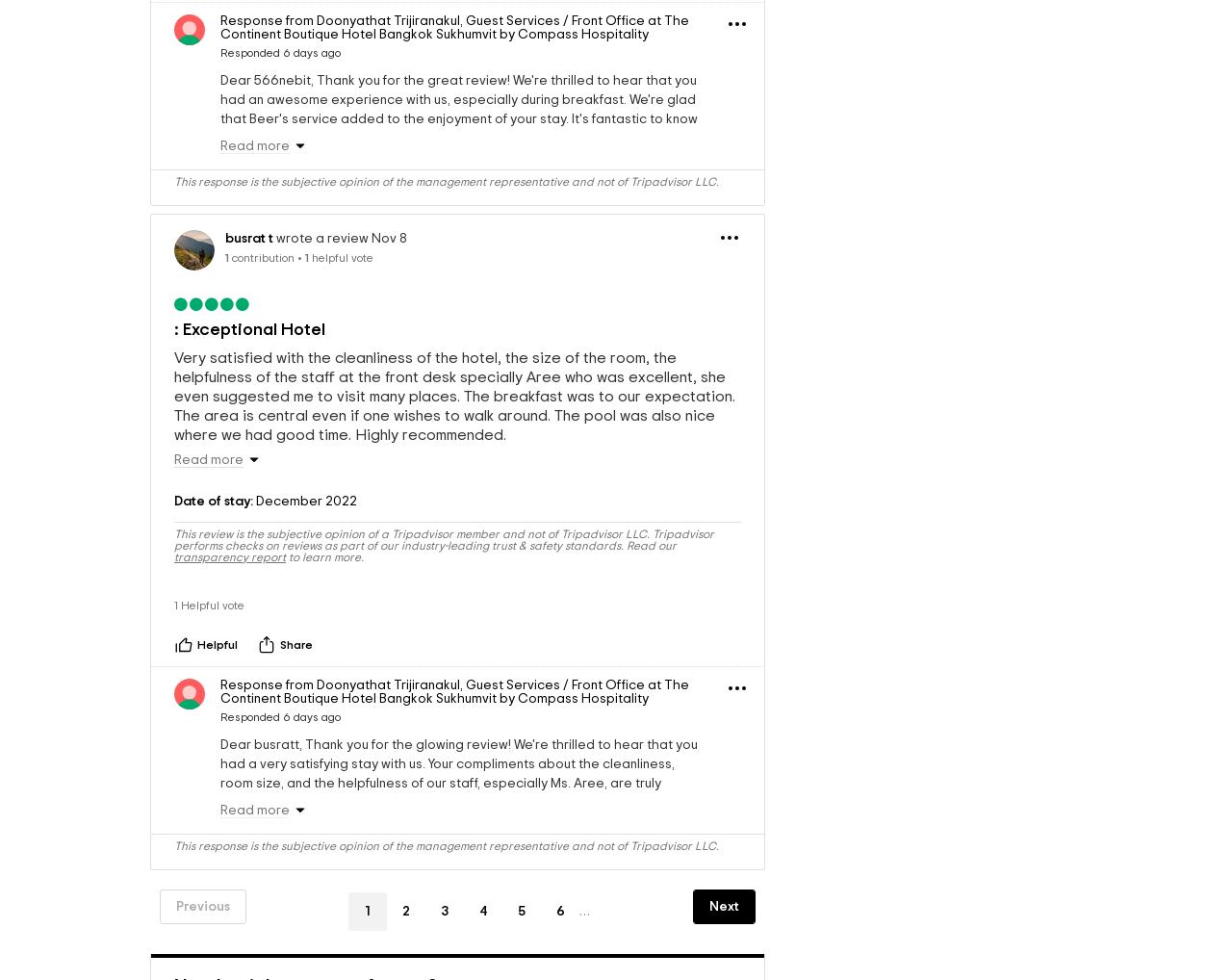 The height and width of the screenshot is (980, 1232). Describe the element at coordinates (324, 607) in the screenshot. I see `'to learn more.'` at that location.